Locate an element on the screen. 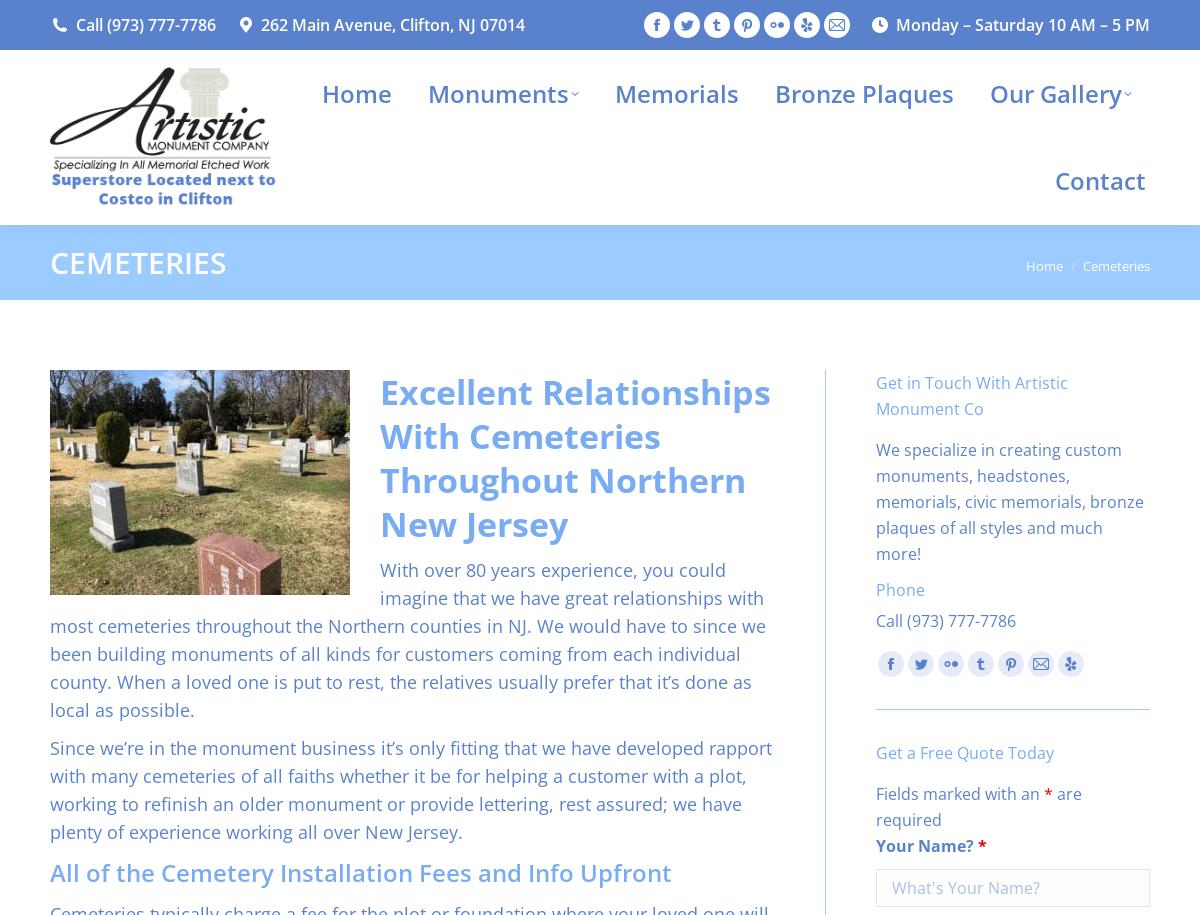  'All of the Cemetery Installation Fees and Info Upfront' is located at coordinates (360, 871).